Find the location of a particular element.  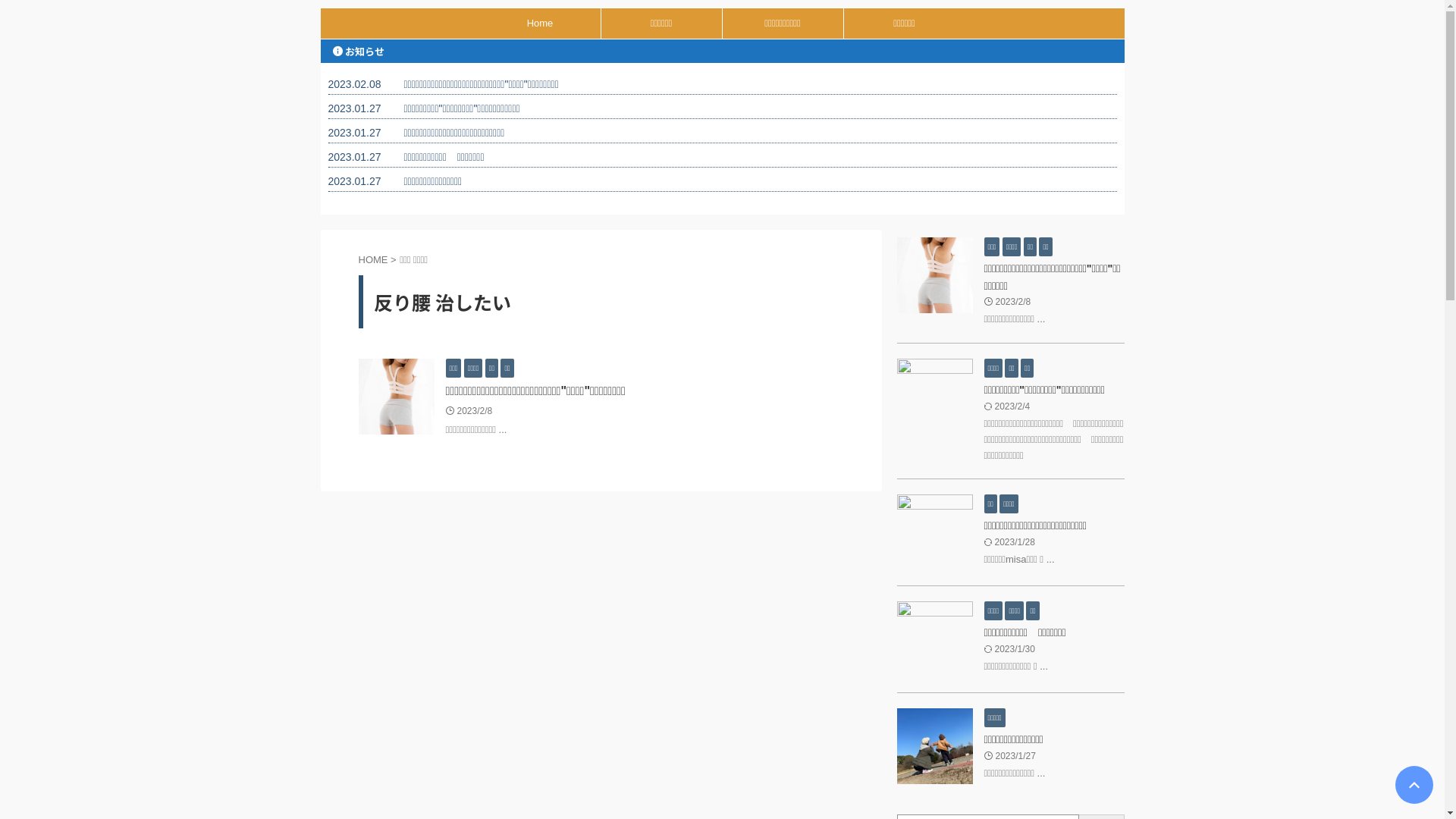

'Home' is located at coordinates (479, 23).